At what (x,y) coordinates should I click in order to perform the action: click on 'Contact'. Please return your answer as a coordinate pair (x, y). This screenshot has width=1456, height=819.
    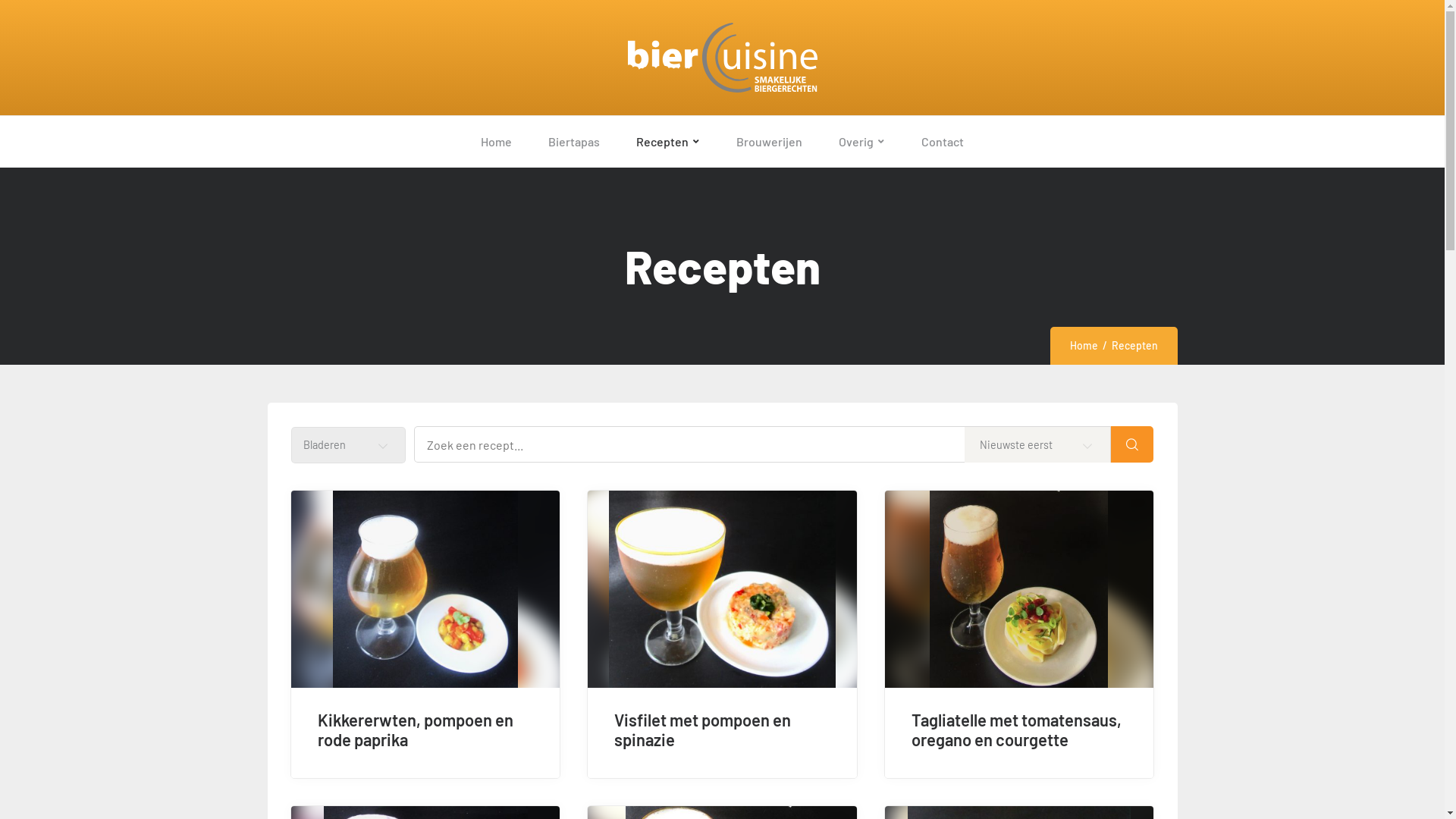
    Looking at the image, I should click on (942, 141).